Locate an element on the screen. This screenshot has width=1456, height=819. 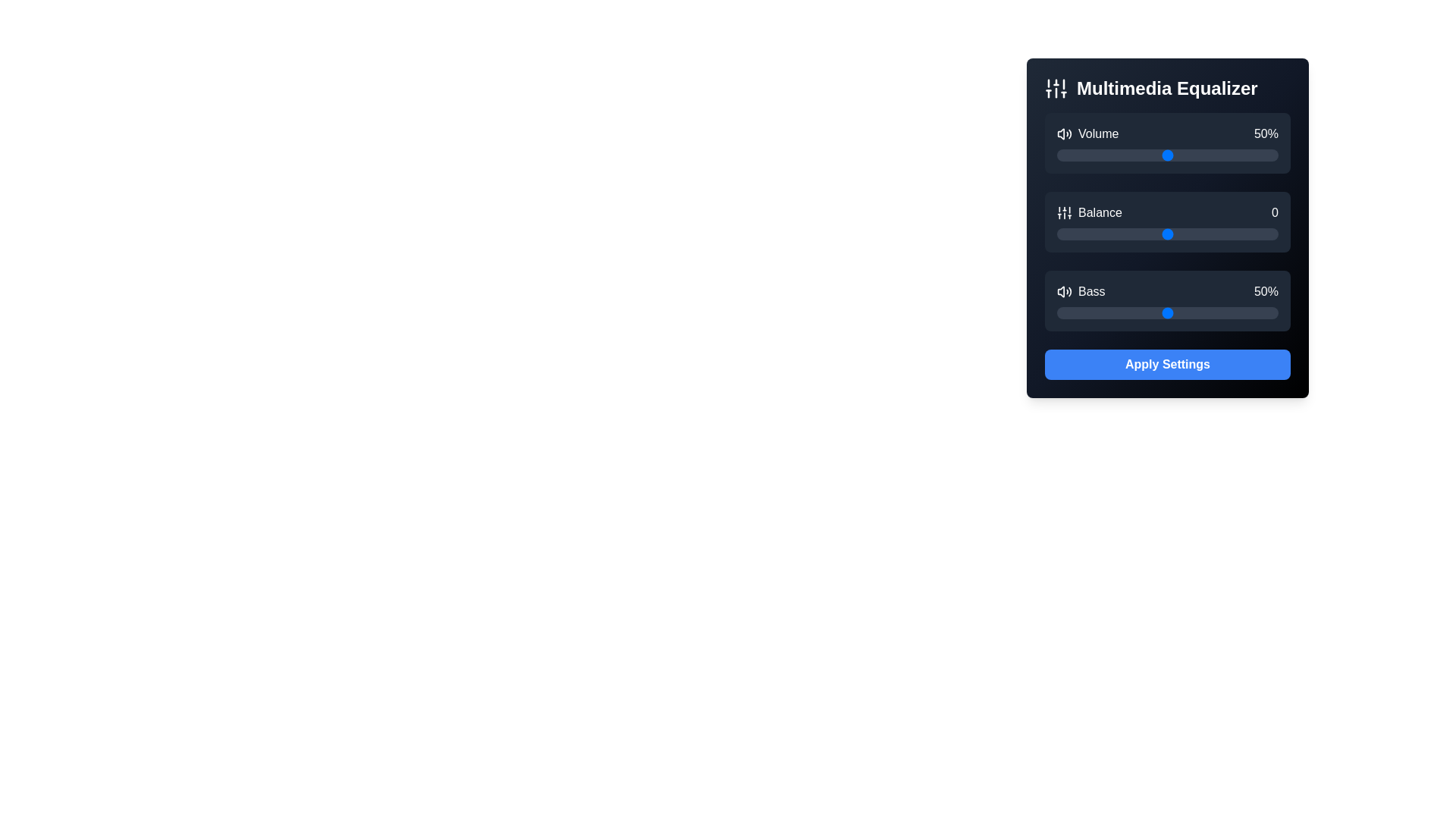
the rectangular button with a bright blue background and white text that reads 'Apply Settings', located at the bottom of the 'Multimedia Equalizer' control panel is located at coordinates (1167, 365).